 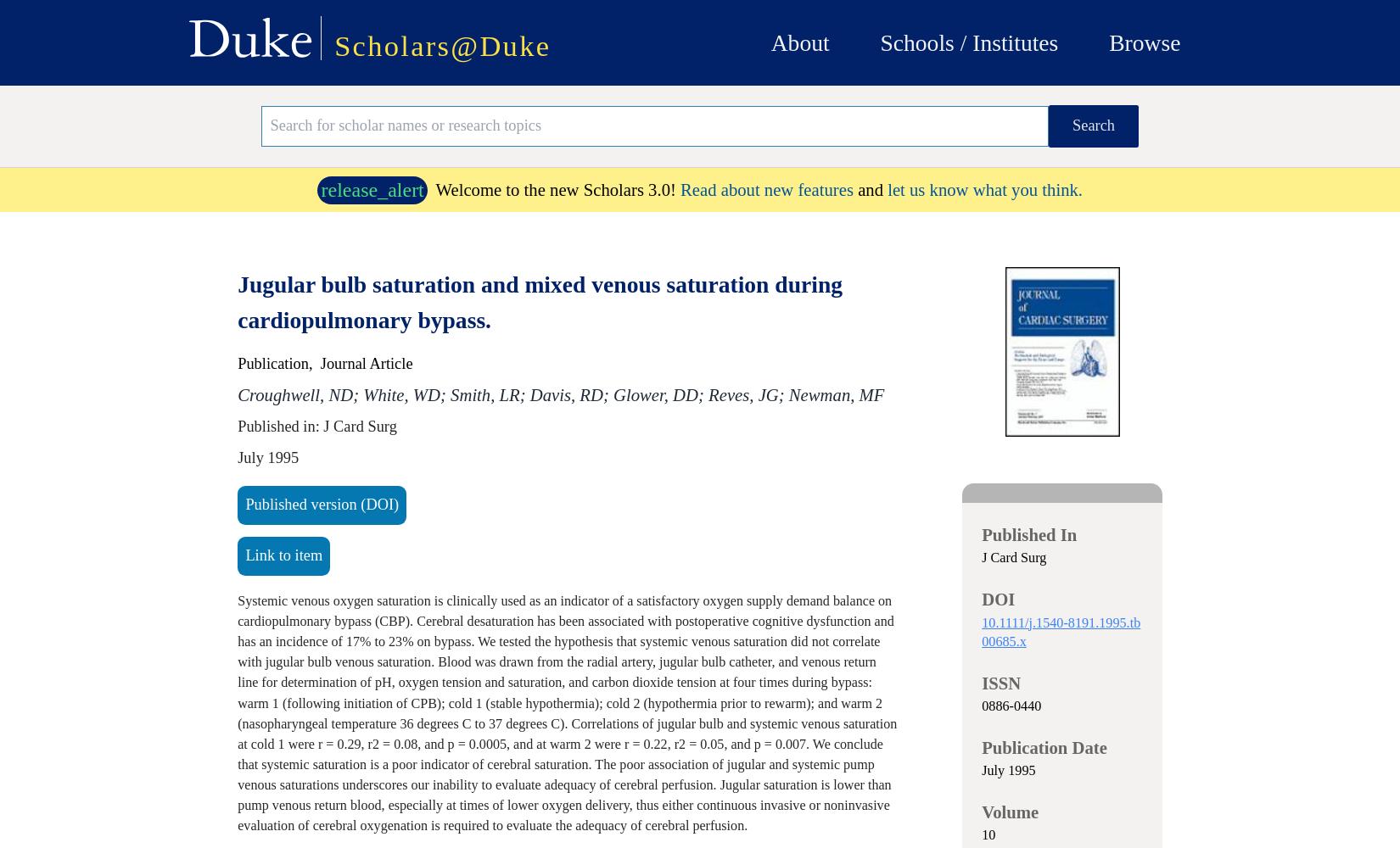 What do you see at coordinates (359, 364) in the screenshot?
I see `',  Journal Article'` at bounding box center [359, 364].